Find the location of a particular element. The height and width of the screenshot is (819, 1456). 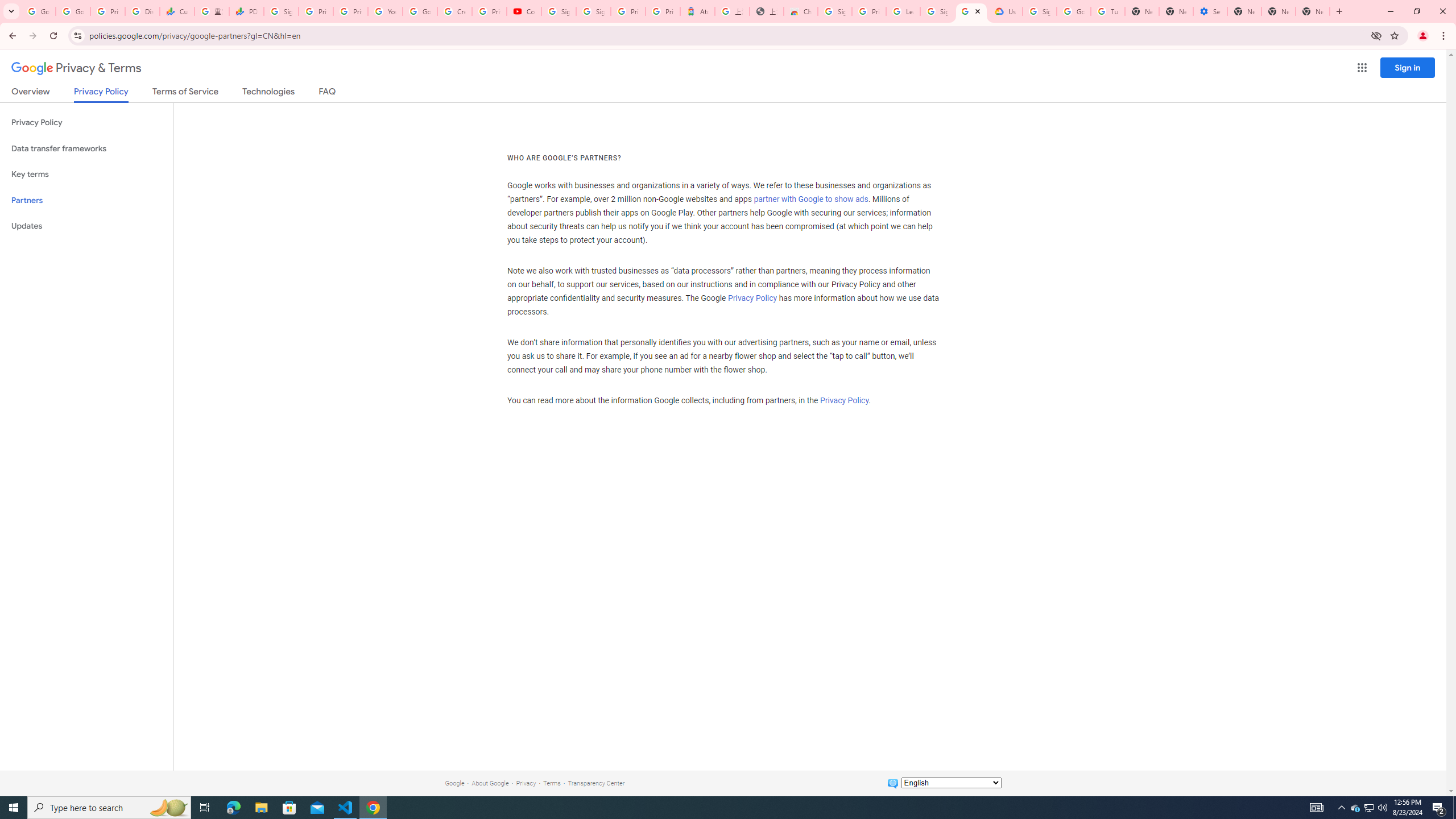

'Privacy & Terms' is located at coordinates (76, 68).